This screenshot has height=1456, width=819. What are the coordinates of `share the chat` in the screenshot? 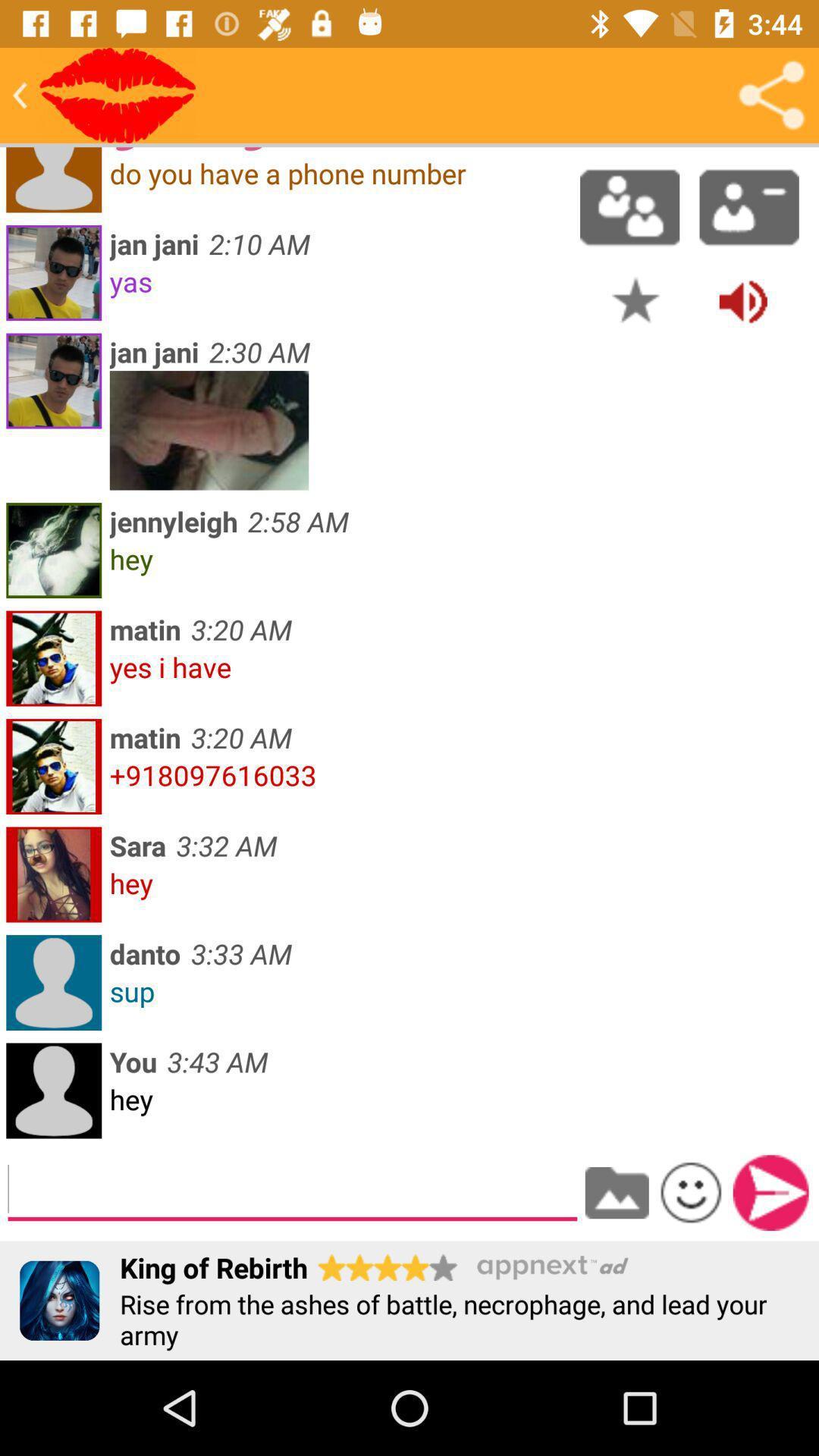 It's located at (771, 94).